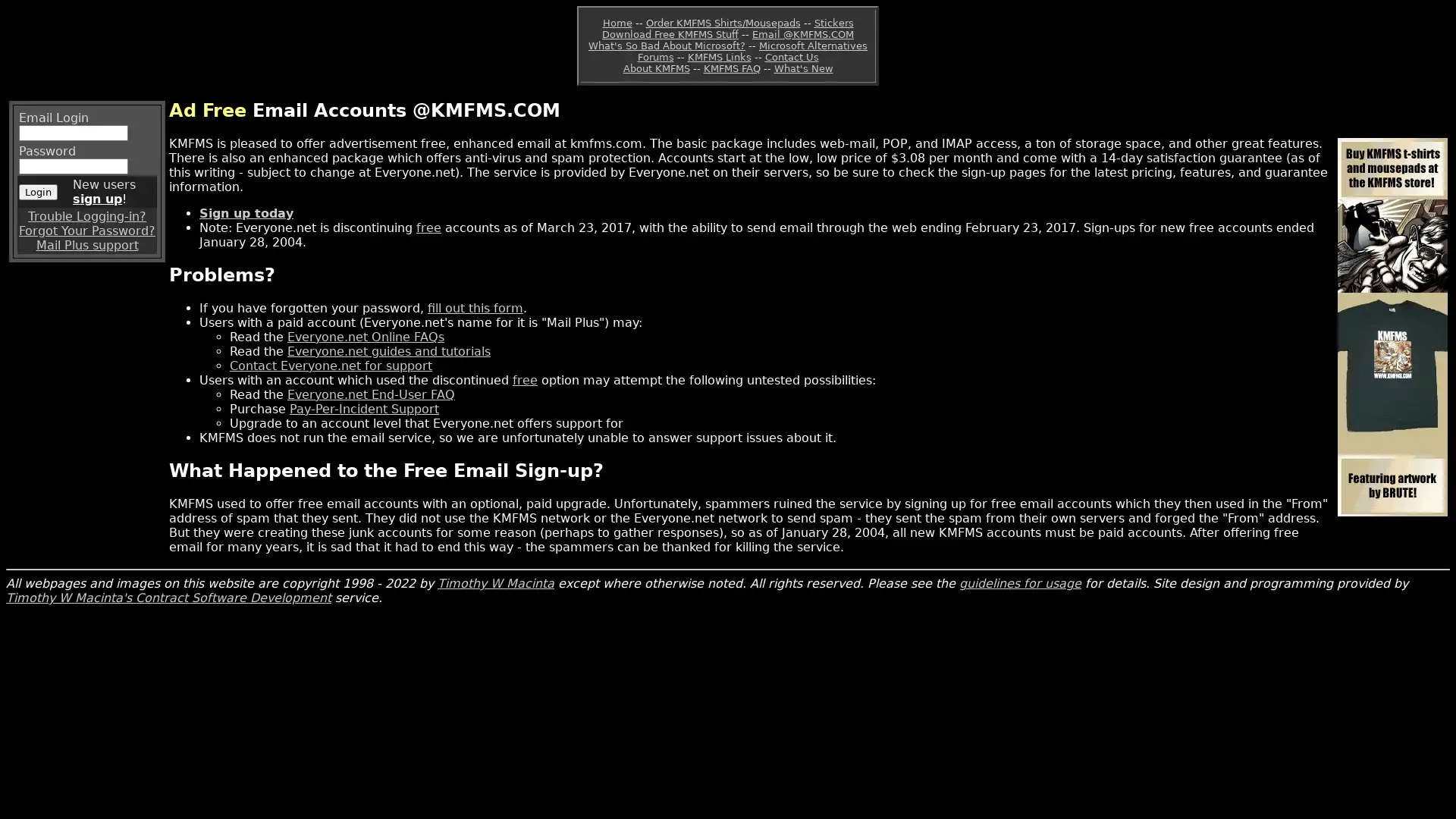 The width and height of the screenshot is (1456, 819). What do you see at coordinates (38, 190) in the screenshot?
I see `Login` at bounding box center [38, 190].